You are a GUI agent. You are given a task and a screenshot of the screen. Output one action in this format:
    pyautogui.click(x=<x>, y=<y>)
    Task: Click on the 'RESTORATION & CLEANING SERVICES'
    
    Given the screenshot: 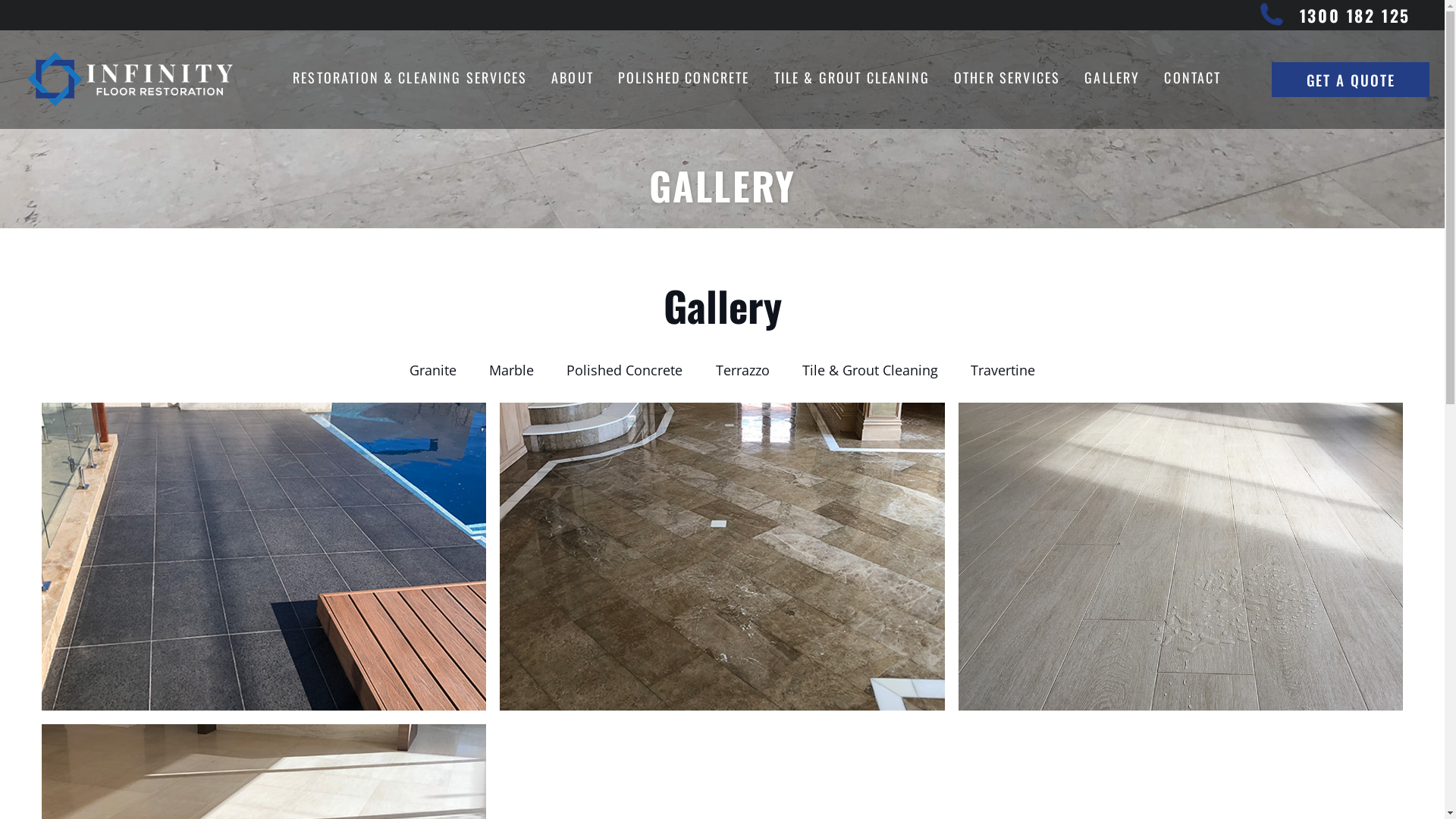 What is the action you would take?
    pyautogui.click(x=409, y=79)
    